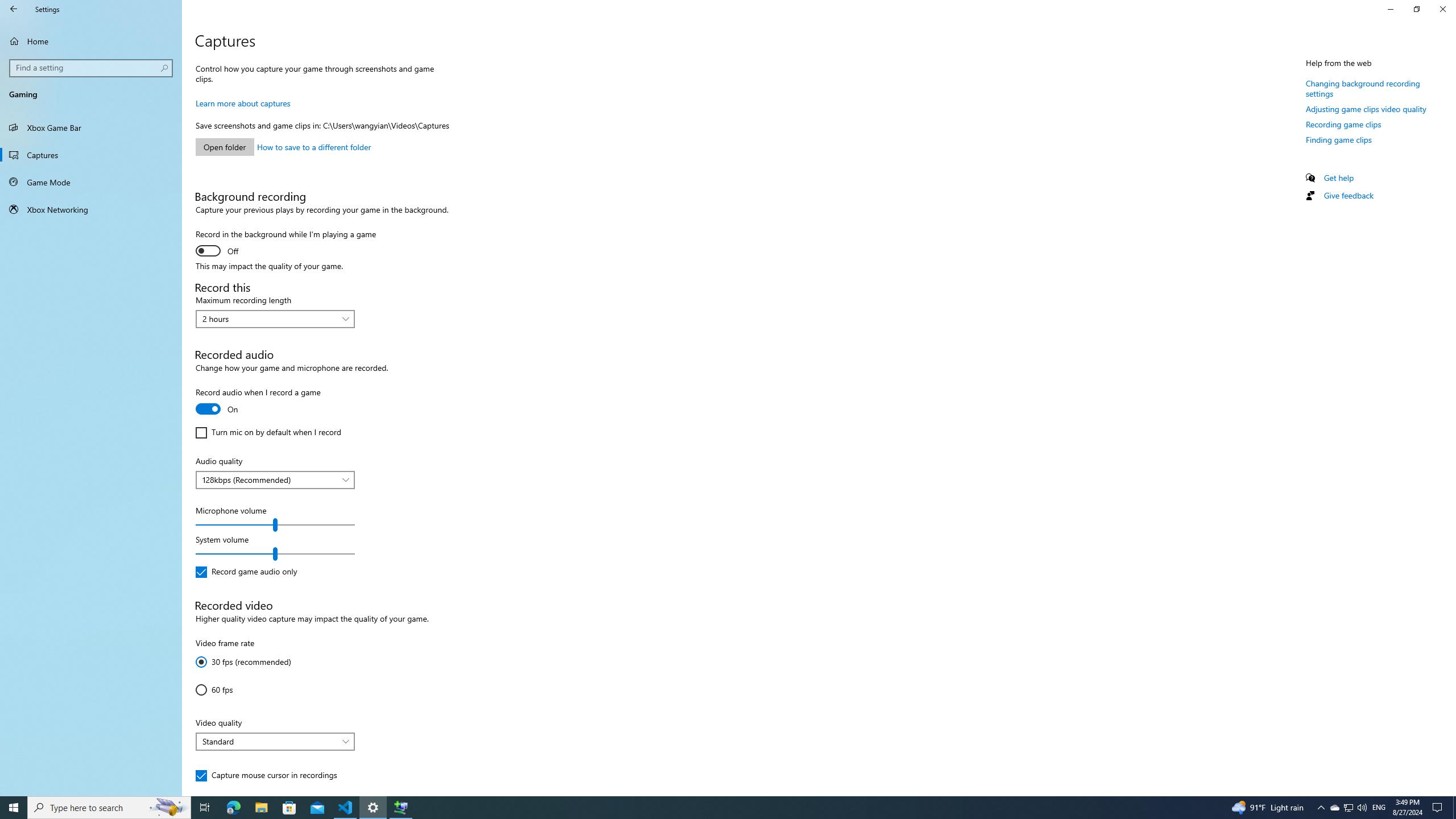 This screenshot has height=819, width=1456. What do you see at coordinates (1366, 109) in the screenshot?
I see `'Adjusting game clips video quality'` at bounding box center [1366, 109].